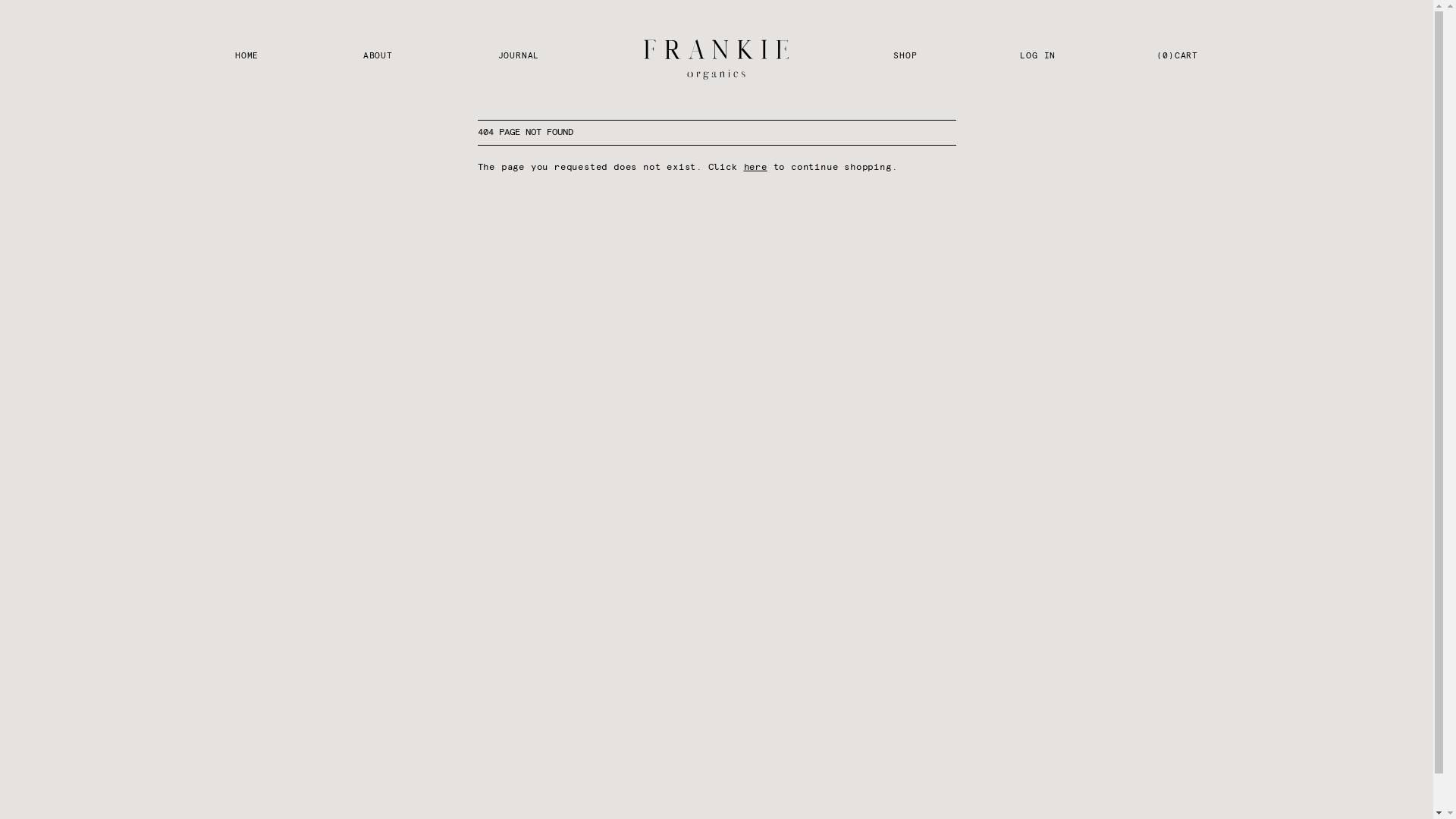  I want to click on '(0)CART', so click(1176, 58).